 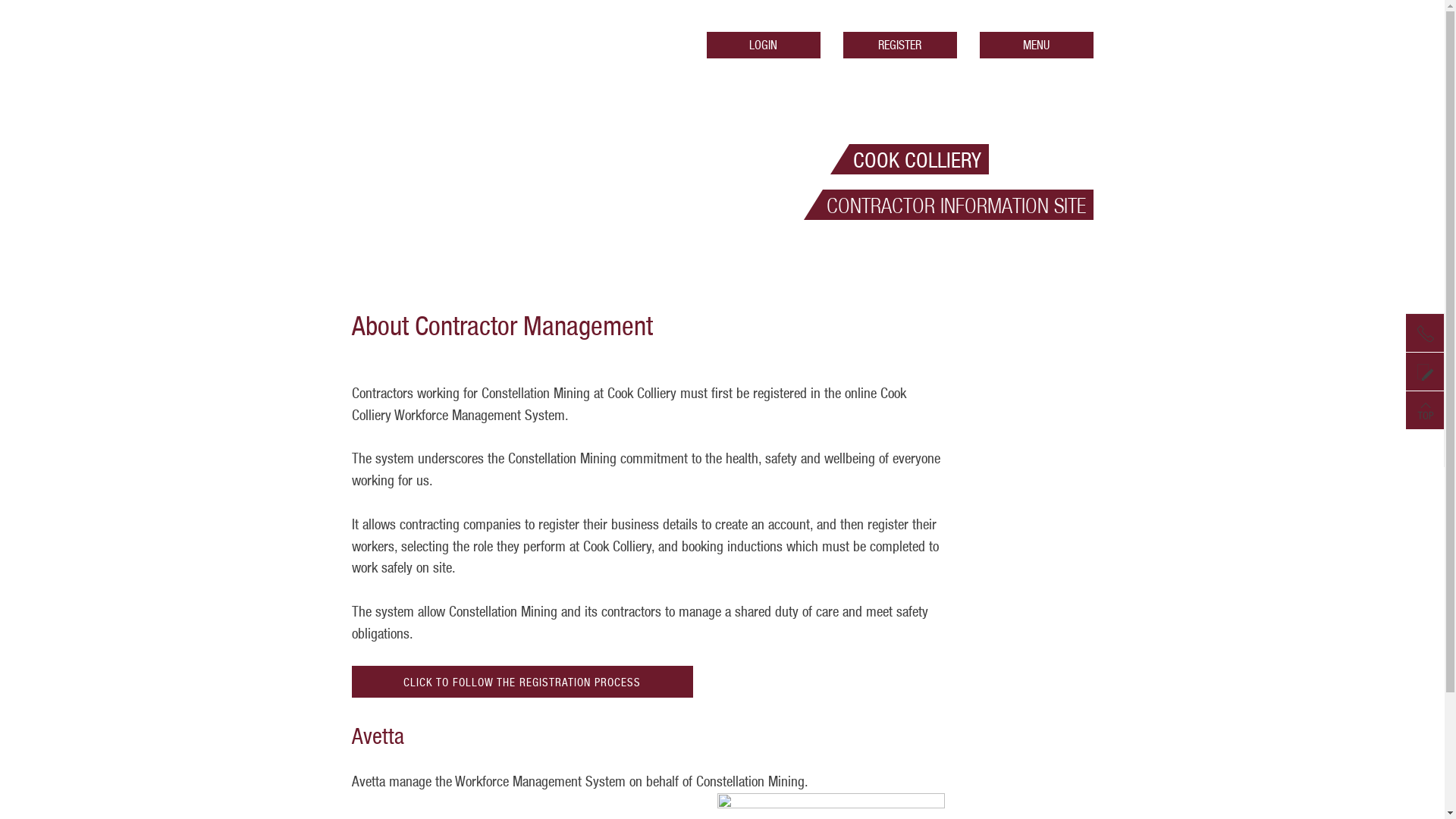 I want to click on 'LOGIN', so click(x=764, y=44).